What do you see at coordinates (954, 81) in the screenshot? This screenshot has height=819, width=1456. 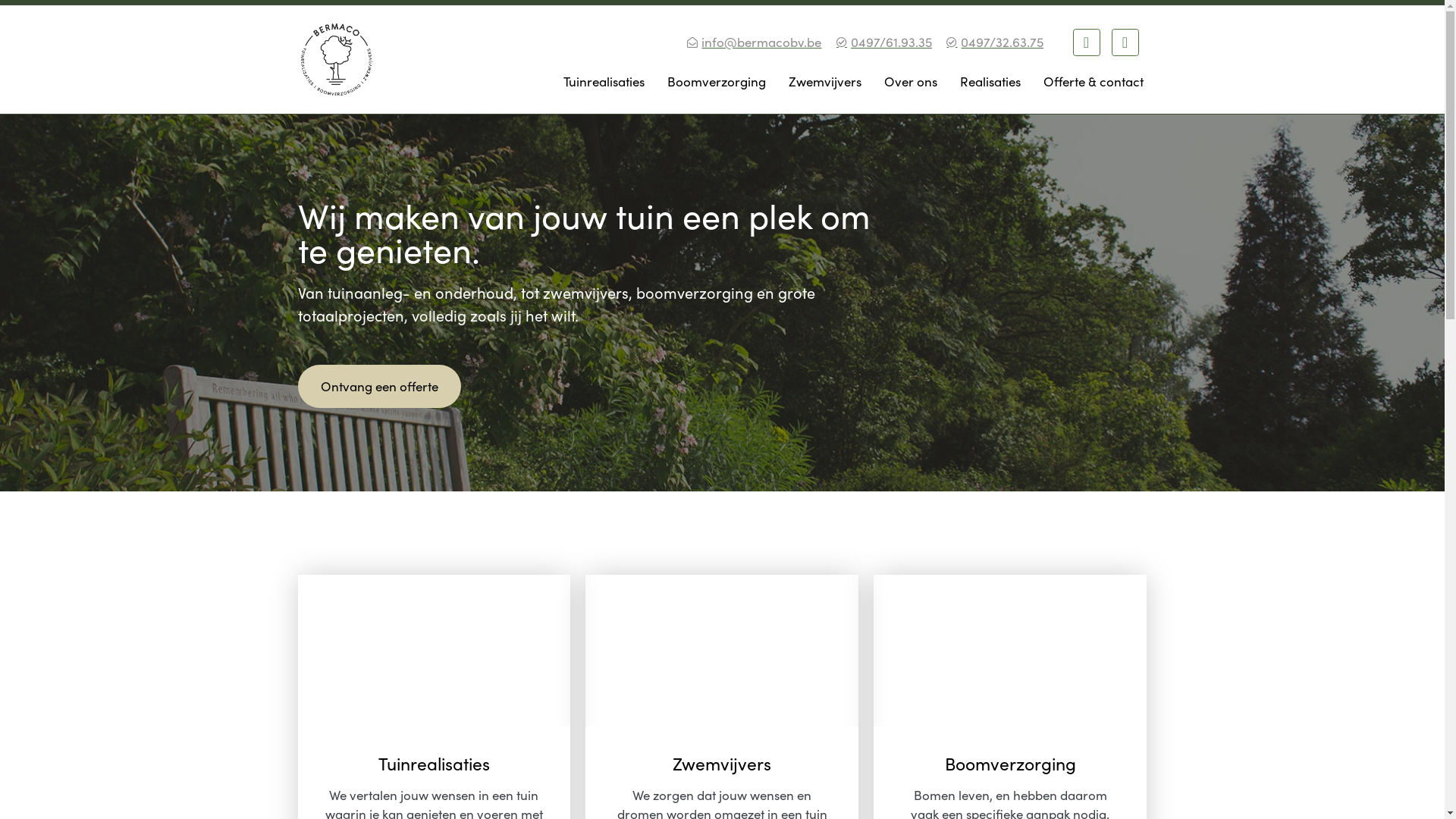 I see `'Realisaties'` at bounding box center [954, 81].